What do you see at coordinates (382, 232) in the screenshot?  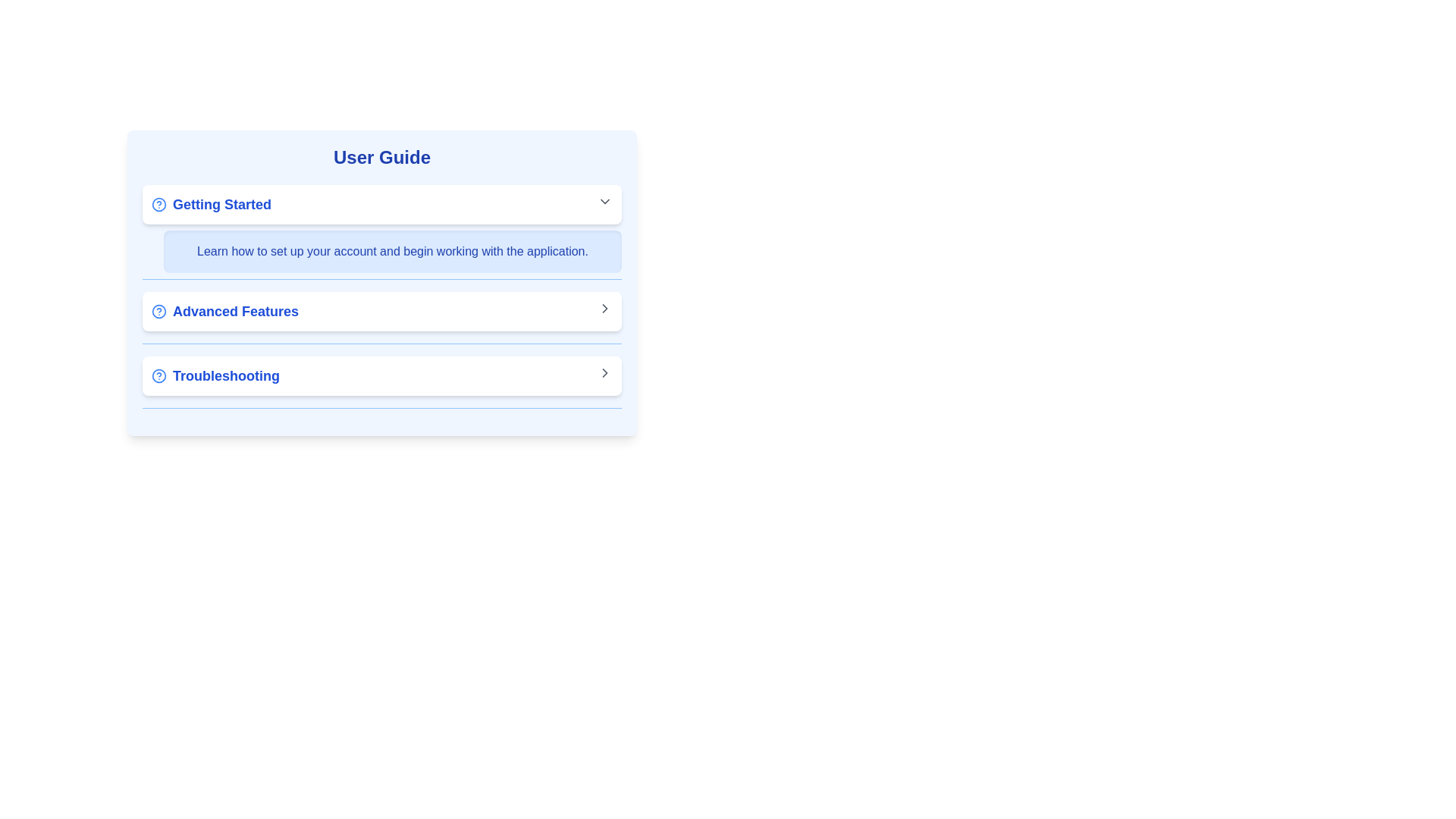 I see `informative content in the onboarding section of the User Guide, which is the first section following the 'User Guide' title` at bounding box center [382, 232].